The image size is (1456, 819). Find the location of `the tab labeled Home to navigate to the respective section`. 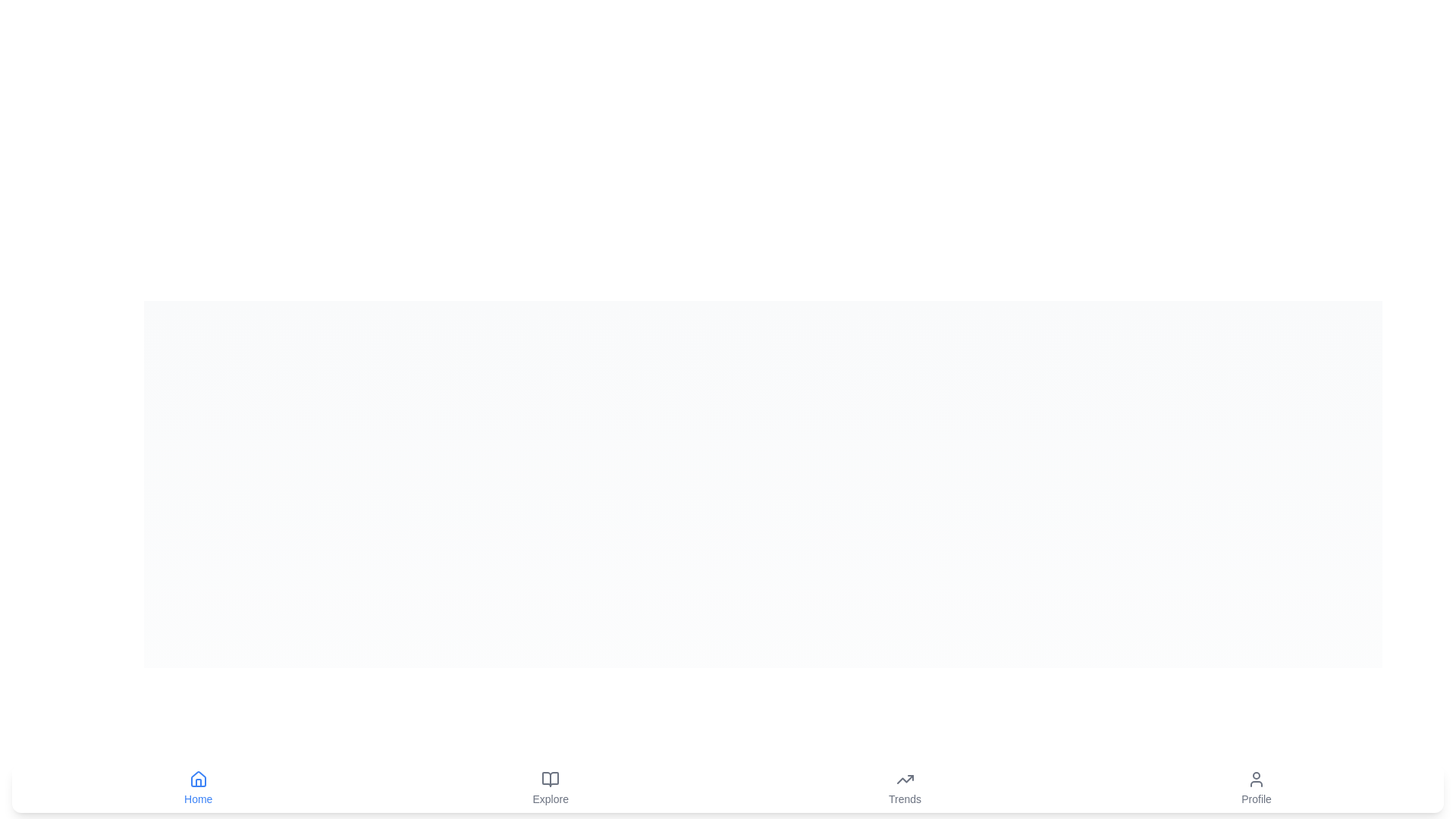

the tab labeled Home to navigate to the respective section is located at coordinates (197, 788).